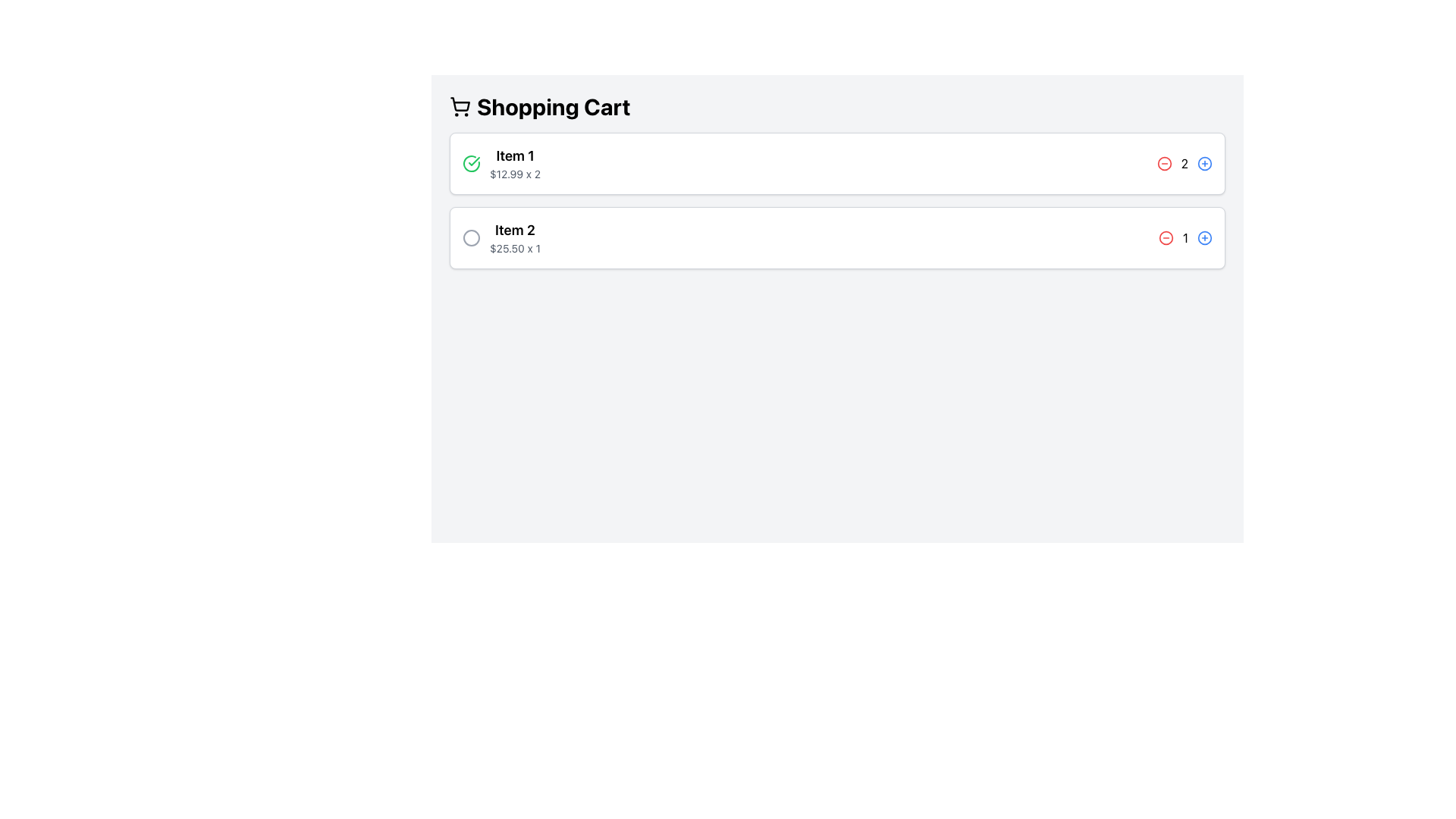 Image resolution: width=1456 pixels, height=819 pixels. I want to click on the static text displaying the quantity of 'Item 1' in the shopping cart, located between the red '-' icon and the blue '+' icon, so click(1184, 164).